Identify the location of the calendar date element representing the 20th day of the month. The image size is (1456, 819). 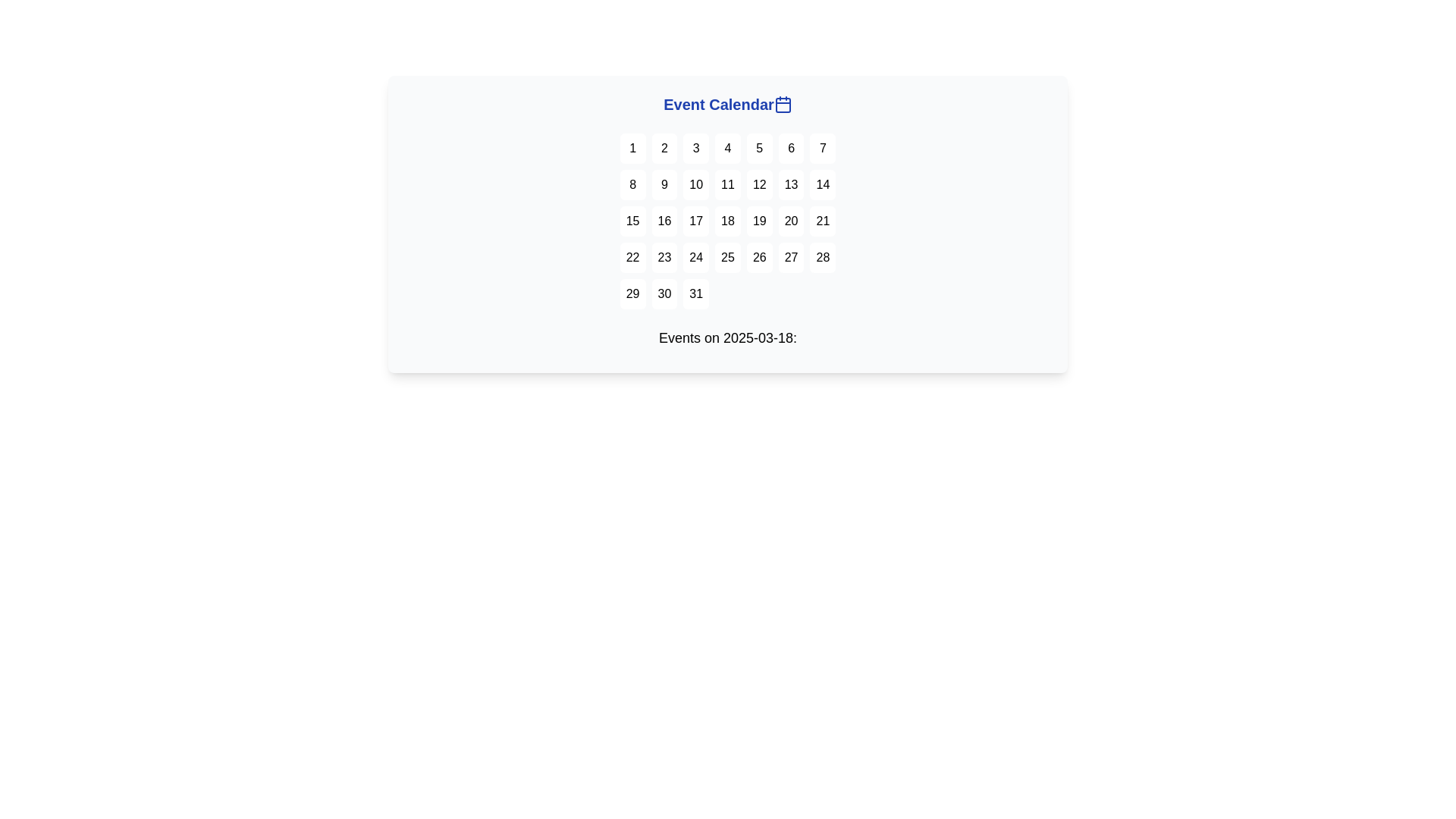
(790, 221).